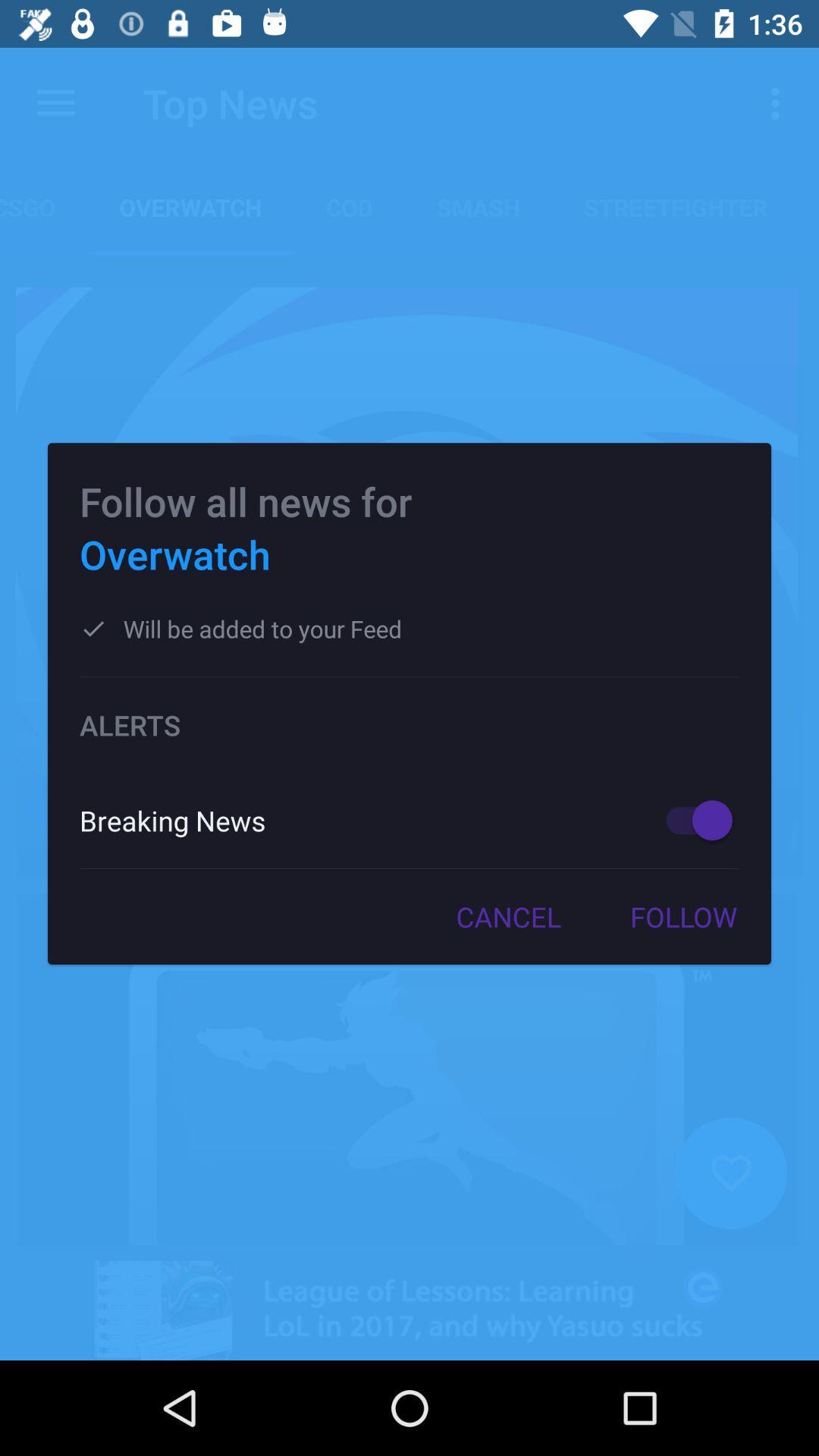 This screenshot has height=1456, width=819. Describe the element at coordinates (508, 916) in the screenshot. I see `the cancel item` at that location.